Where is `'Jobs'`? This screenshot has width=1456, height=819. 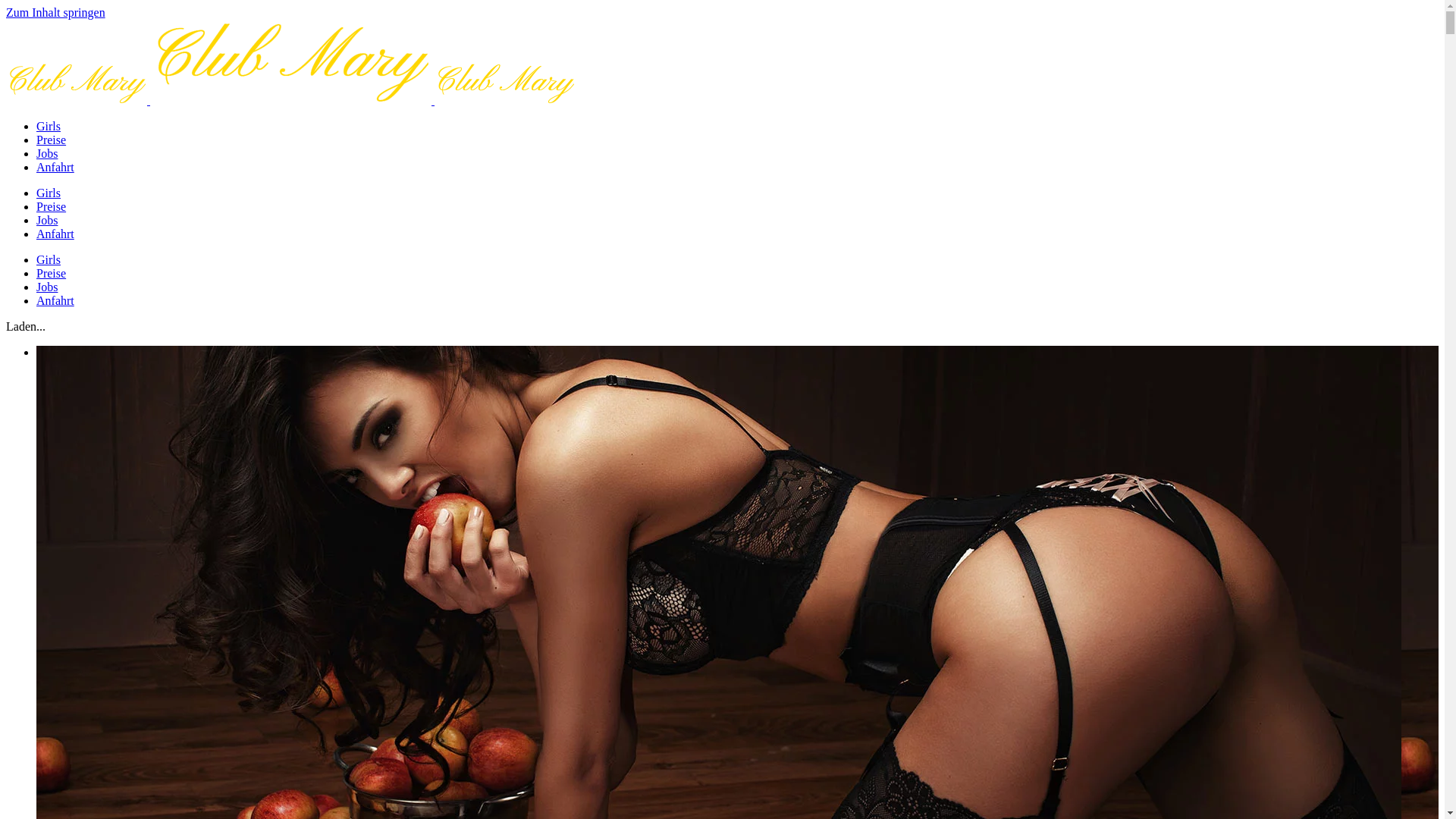
'Jobs' is located at coordinates (47, 287).